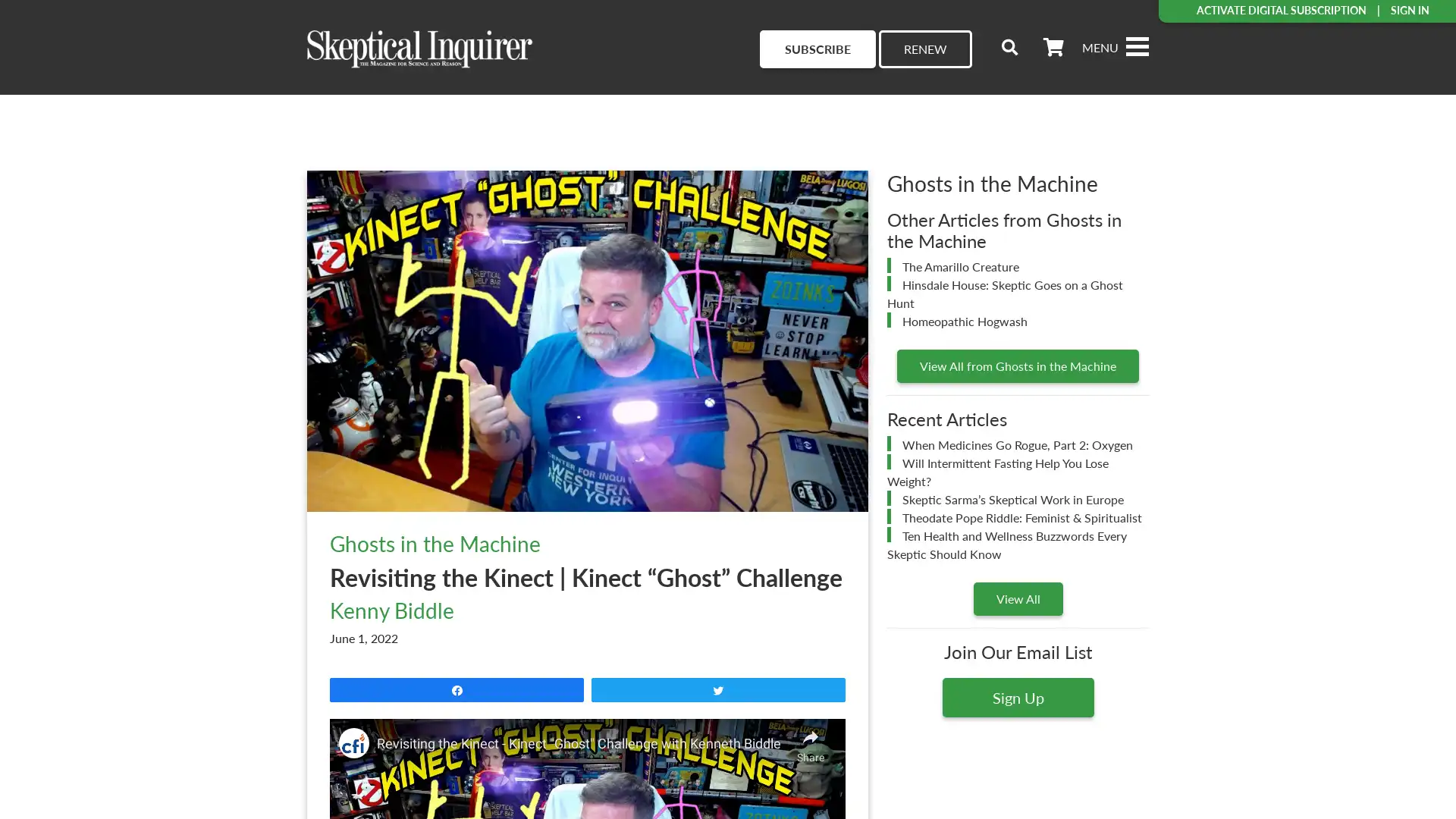  What do you see at coordinates (924, 49) in the screenshot?
I see `RENEW` at bounding box center [924, 49].